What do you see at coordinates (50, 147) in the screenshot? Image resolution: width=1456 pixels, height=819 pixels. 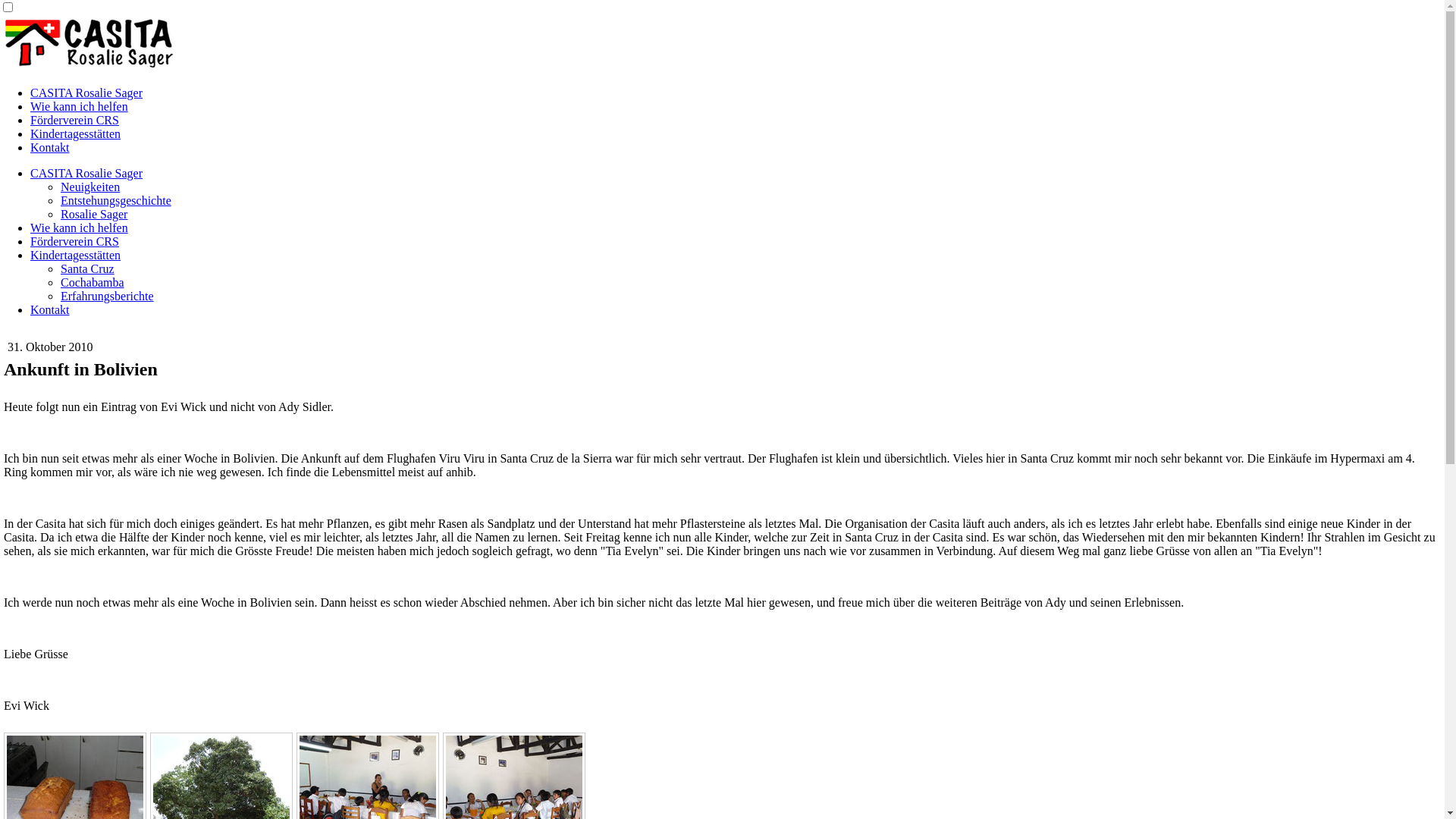 I see `'Kontakt'` at bounding box center [50, 147].